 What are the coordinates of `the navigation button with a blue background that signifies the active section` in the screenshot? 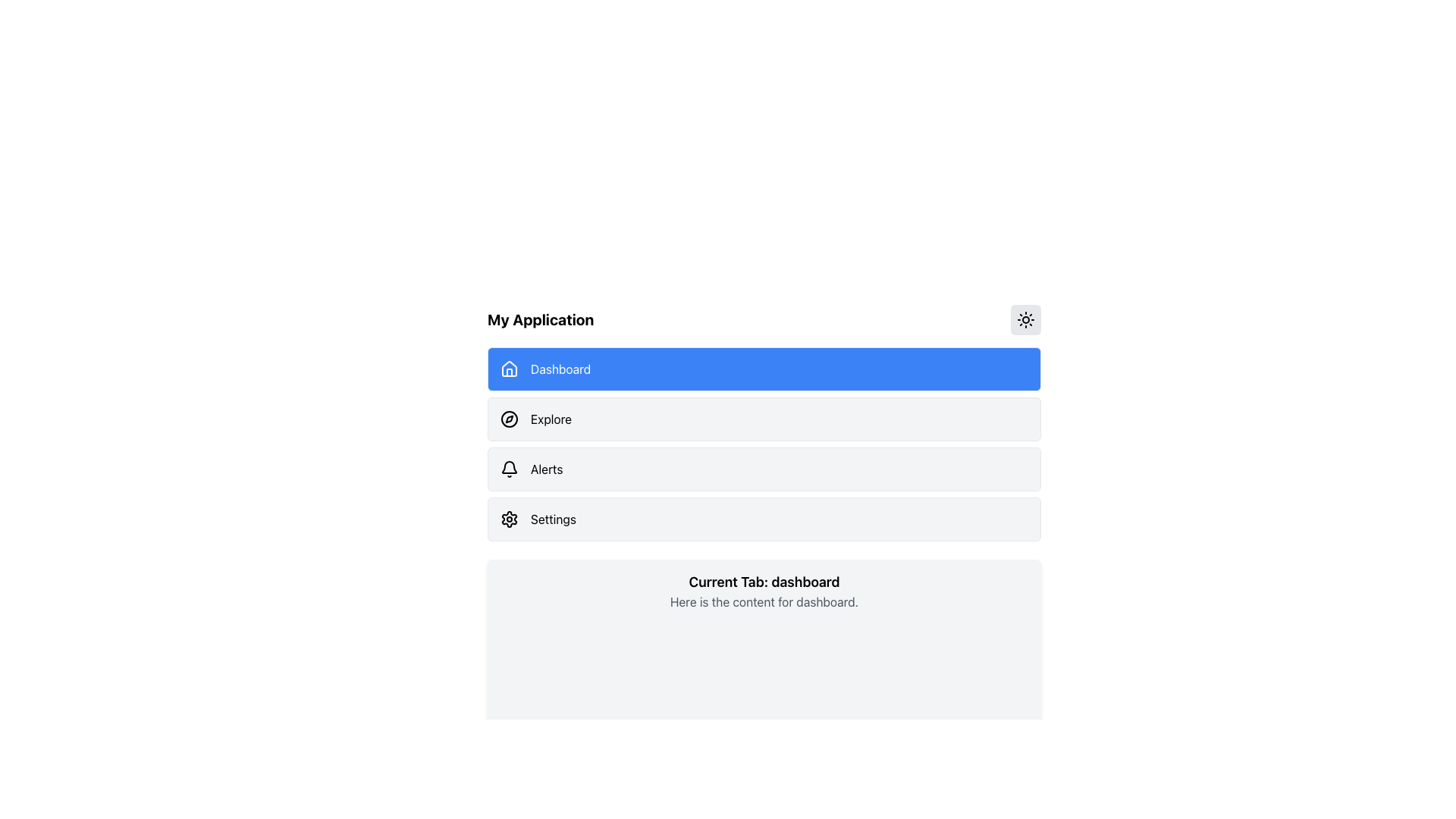 It's located at (764, 369).